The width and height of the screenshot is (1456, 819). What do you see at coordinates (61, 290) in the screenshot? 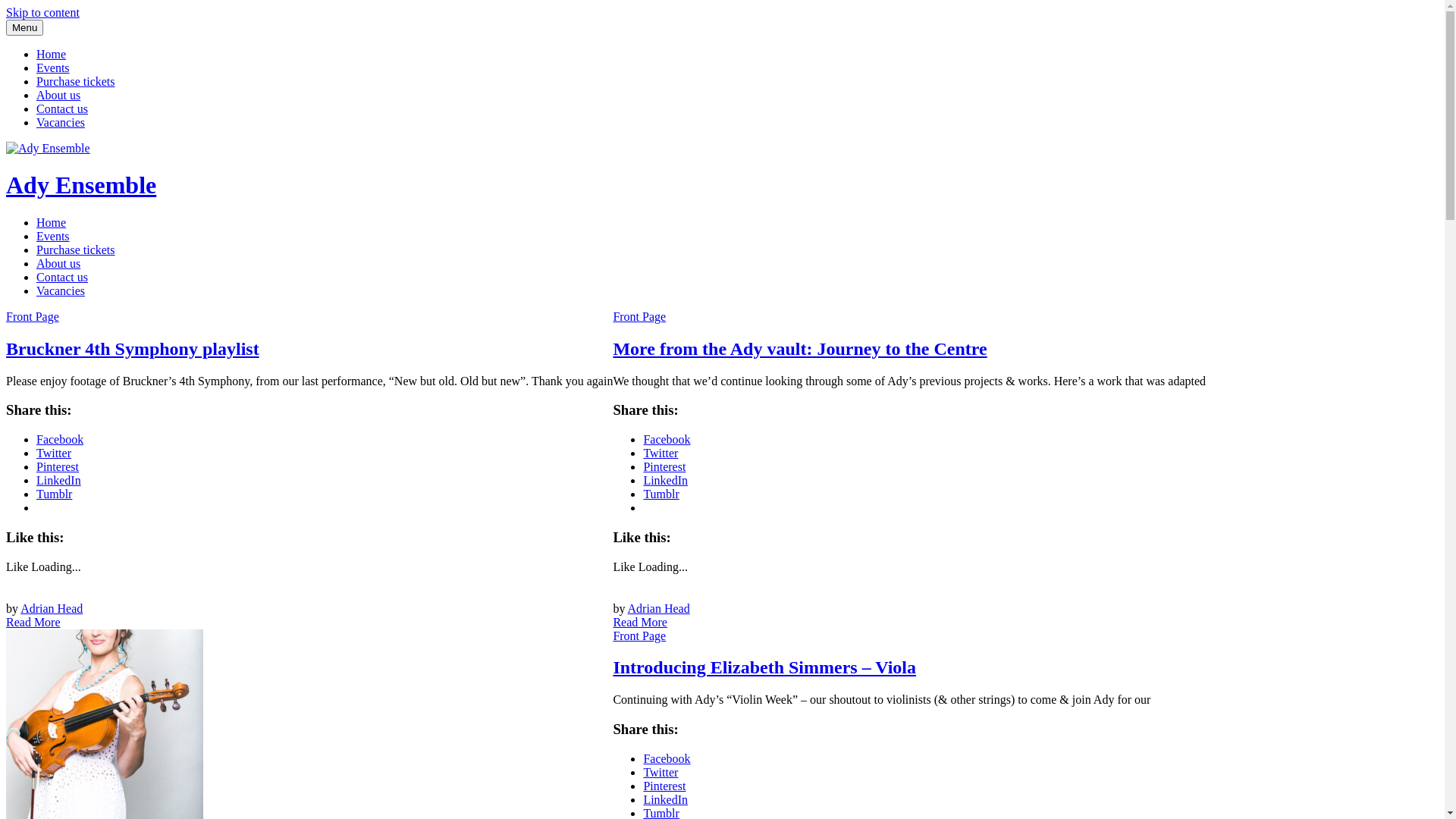
I see `'Vacancies'` at bounding box center [61, 290].